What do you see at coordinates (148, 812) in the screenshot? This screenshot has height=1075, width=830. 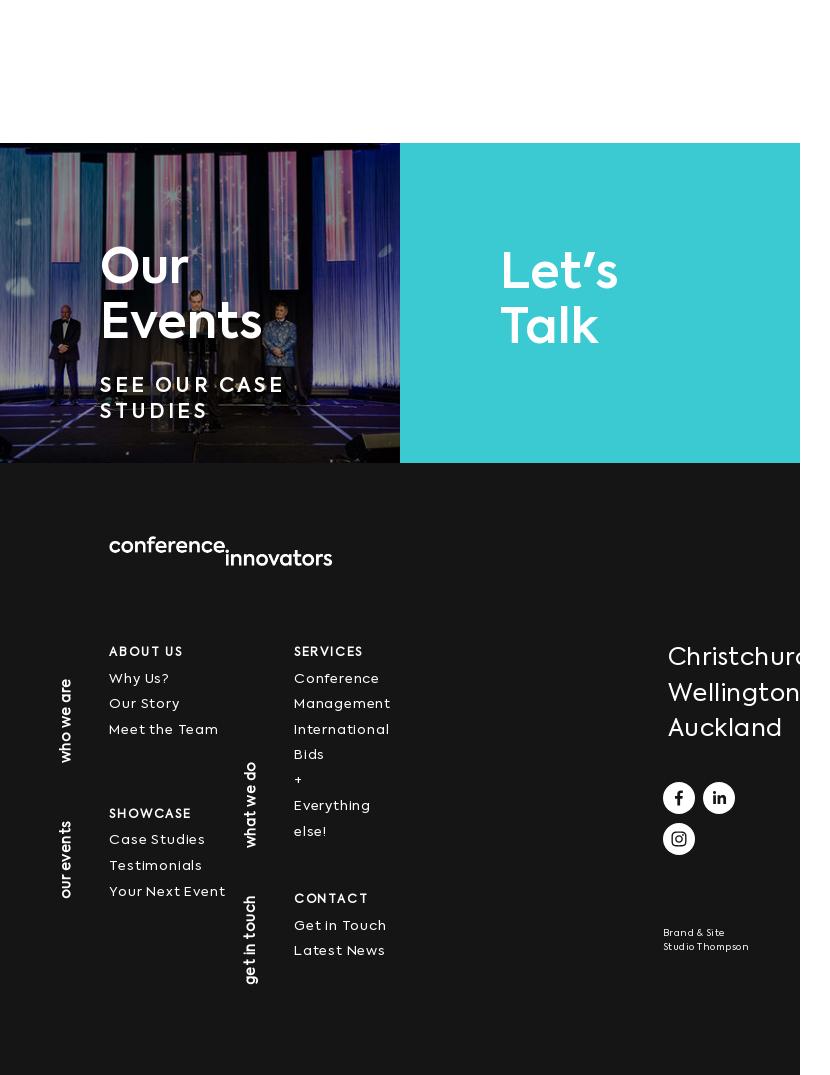 I see `'SHOWCASE'` at bounding box center [148, 812].